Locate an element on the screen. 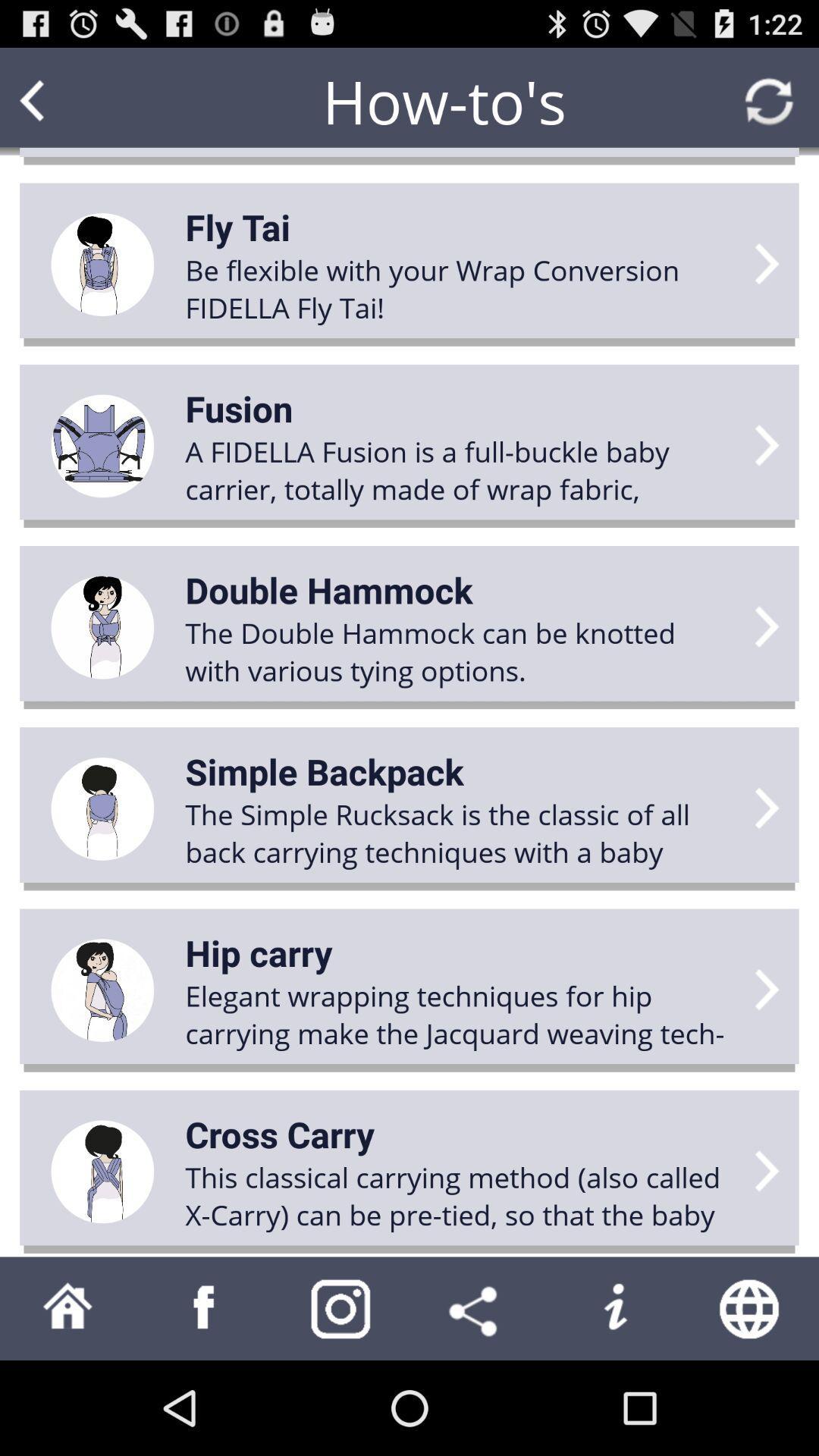 This screenshot has width=819, height=1456. the simple backpack item is located at coordinates (324, 771).